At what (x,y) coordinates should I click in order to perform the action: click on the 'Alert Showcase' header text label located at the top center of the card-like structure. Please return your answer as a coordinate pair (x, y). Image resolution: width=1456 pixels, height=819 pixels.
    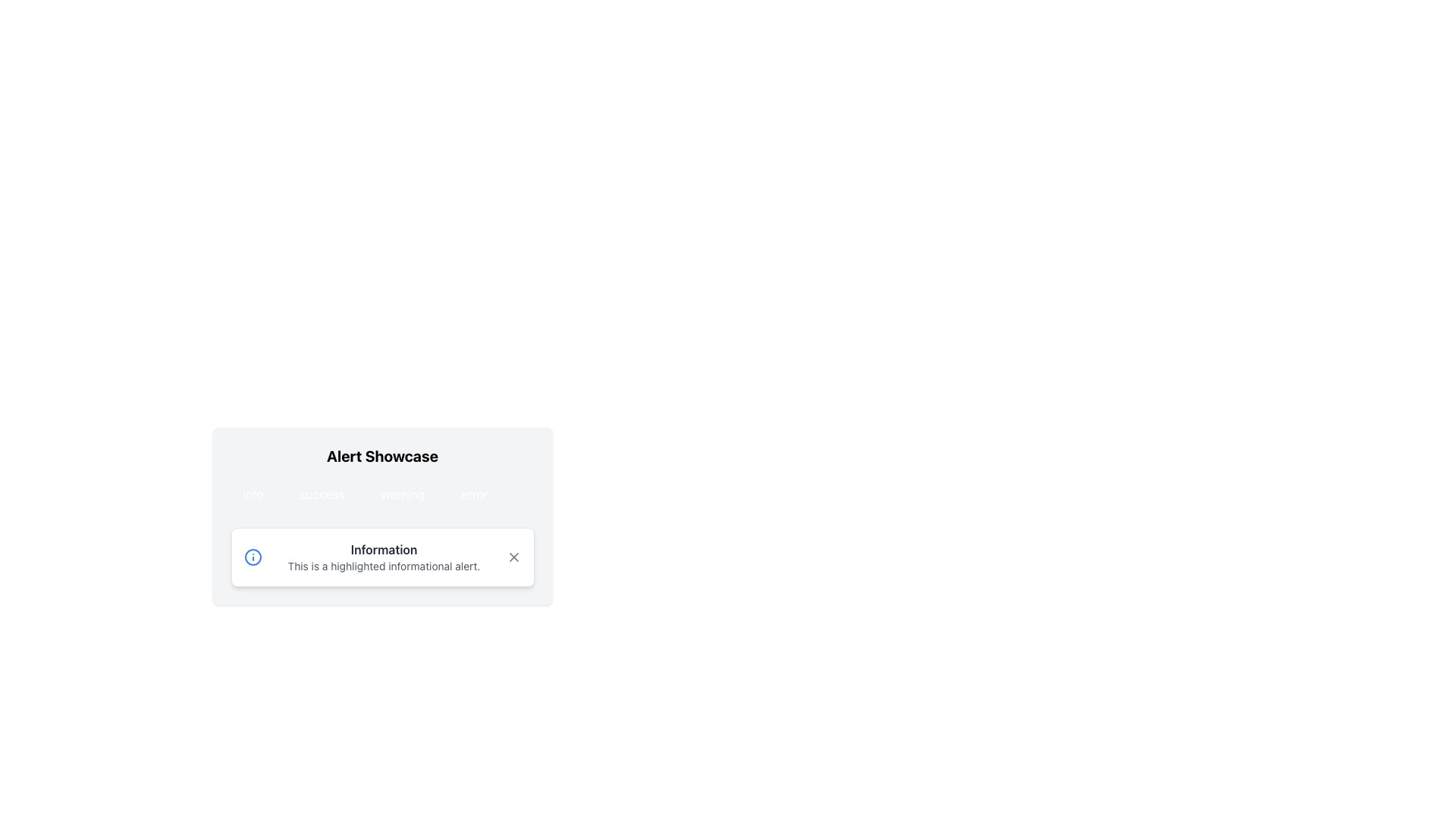
    Looking at the image, I should click on (382, 455).